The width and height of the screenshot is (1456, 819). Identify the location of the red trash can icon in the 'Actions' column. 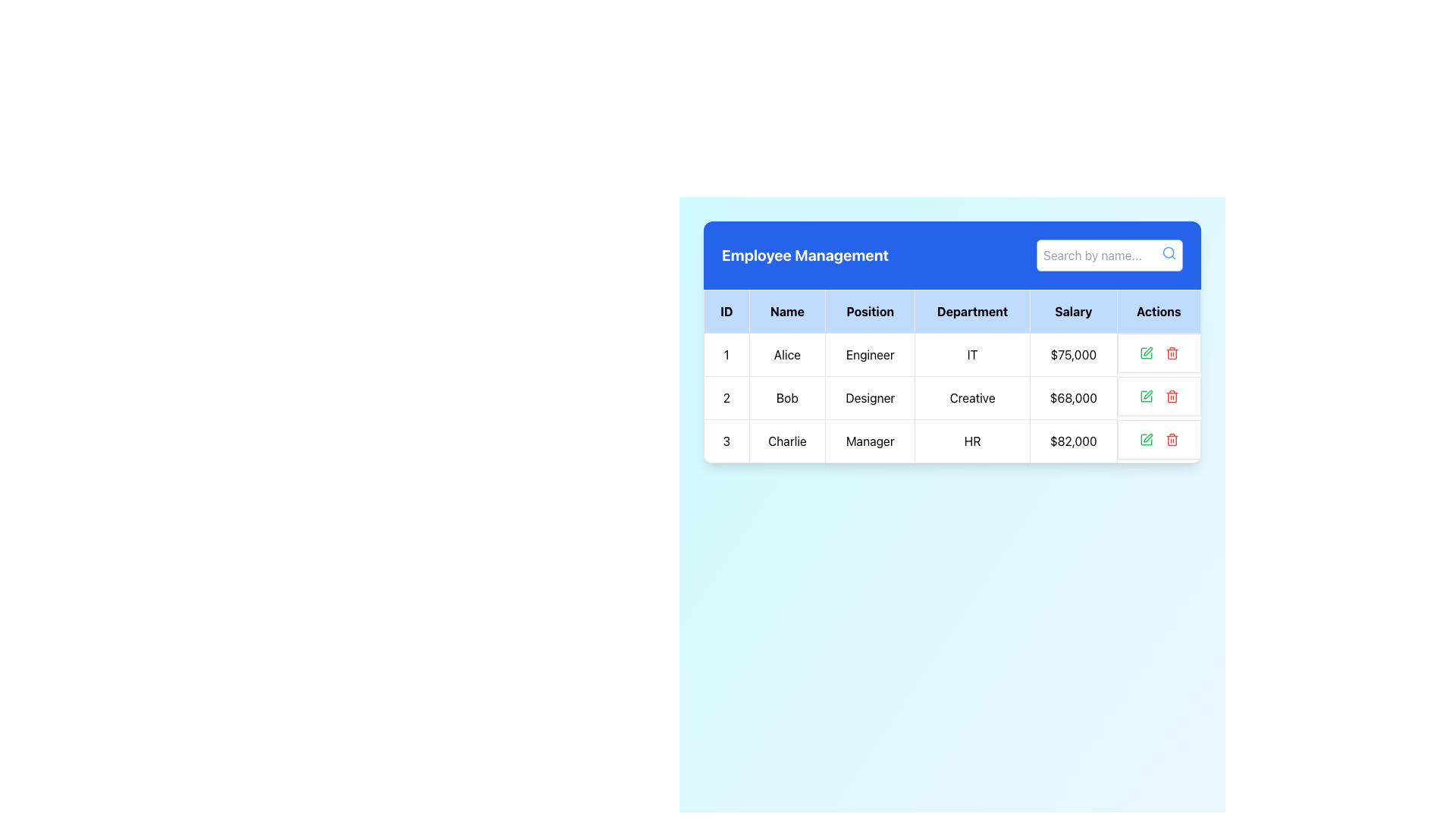
(1171, 395).